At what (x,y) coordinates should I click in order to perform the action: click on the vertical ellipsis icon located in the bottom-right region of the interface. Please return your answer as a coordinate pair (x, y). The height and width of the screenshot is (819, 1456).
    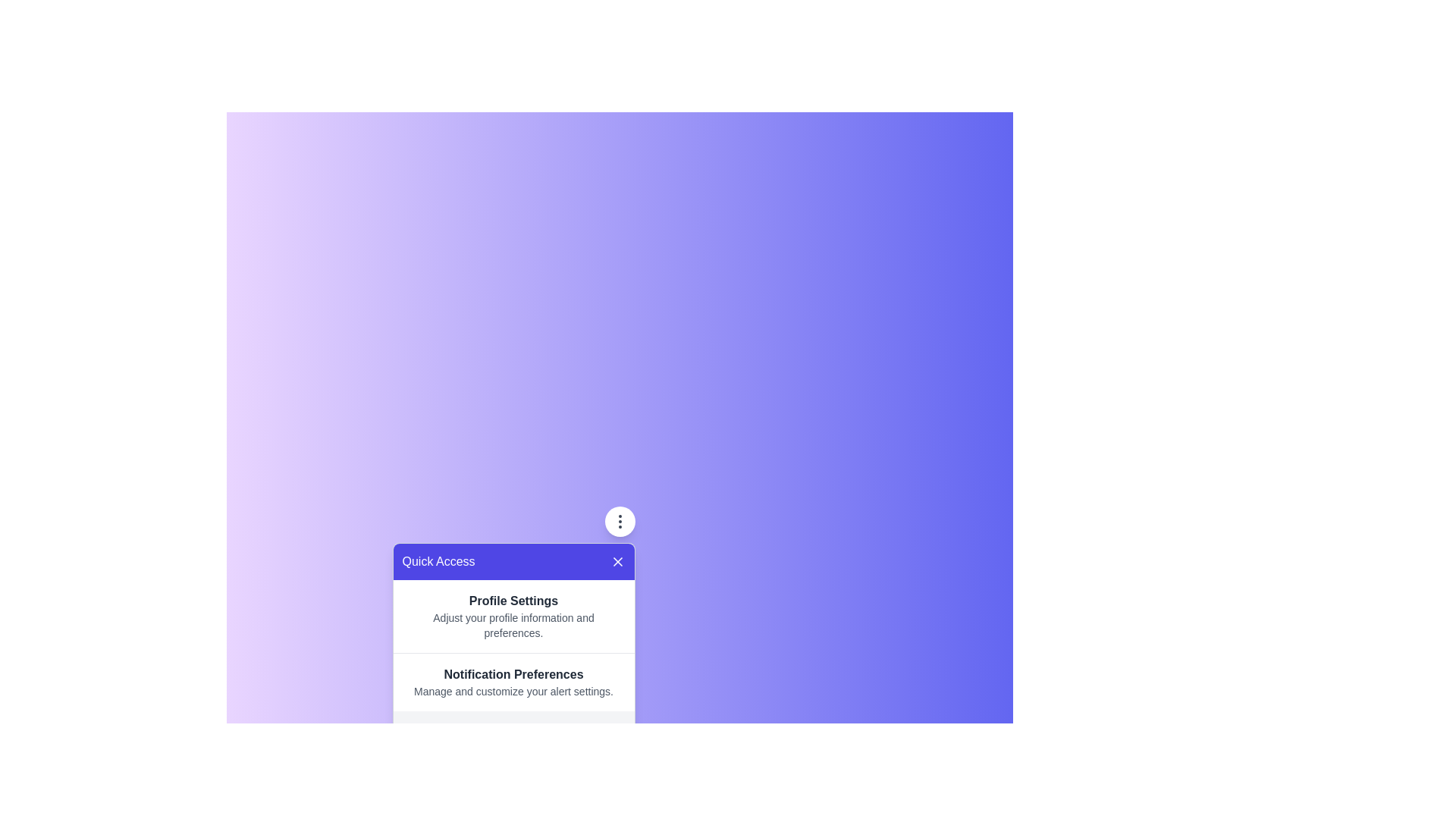
    Looking at the image, I should click on (620, 520).